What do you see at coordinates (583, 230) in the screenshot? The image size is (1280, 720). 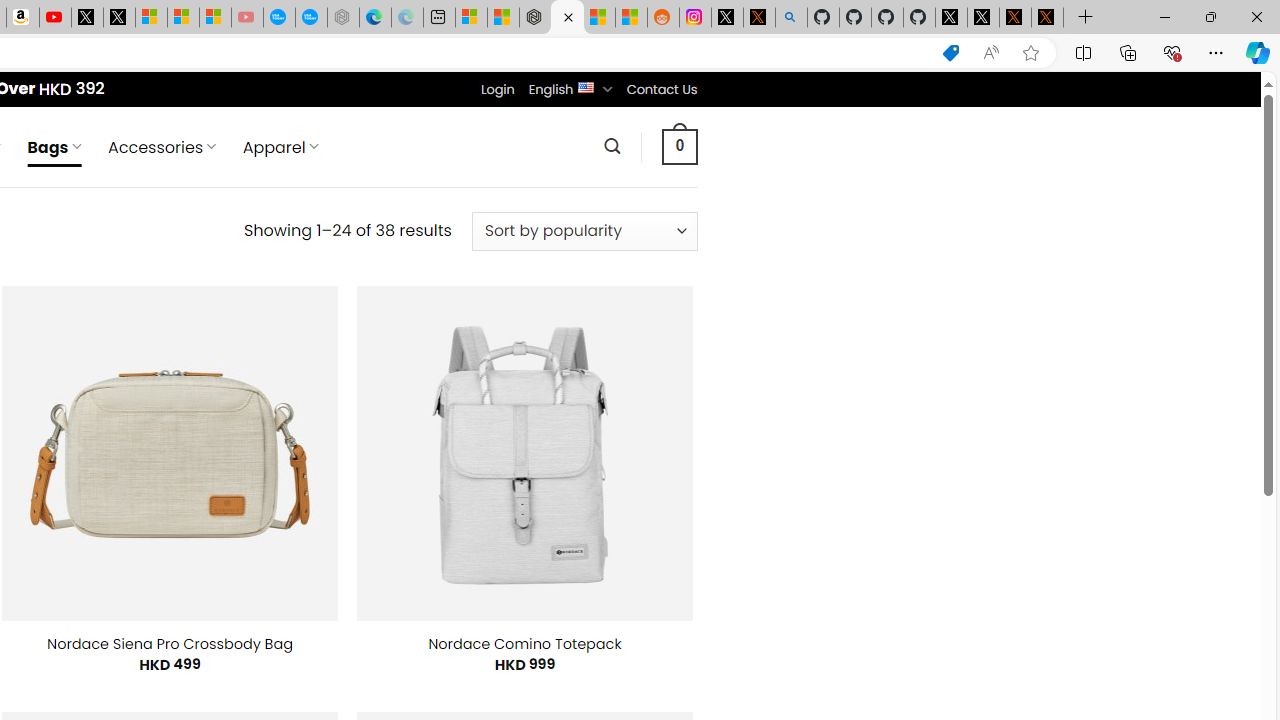 I see `'Shop order'` at bounding box center [583, 230].